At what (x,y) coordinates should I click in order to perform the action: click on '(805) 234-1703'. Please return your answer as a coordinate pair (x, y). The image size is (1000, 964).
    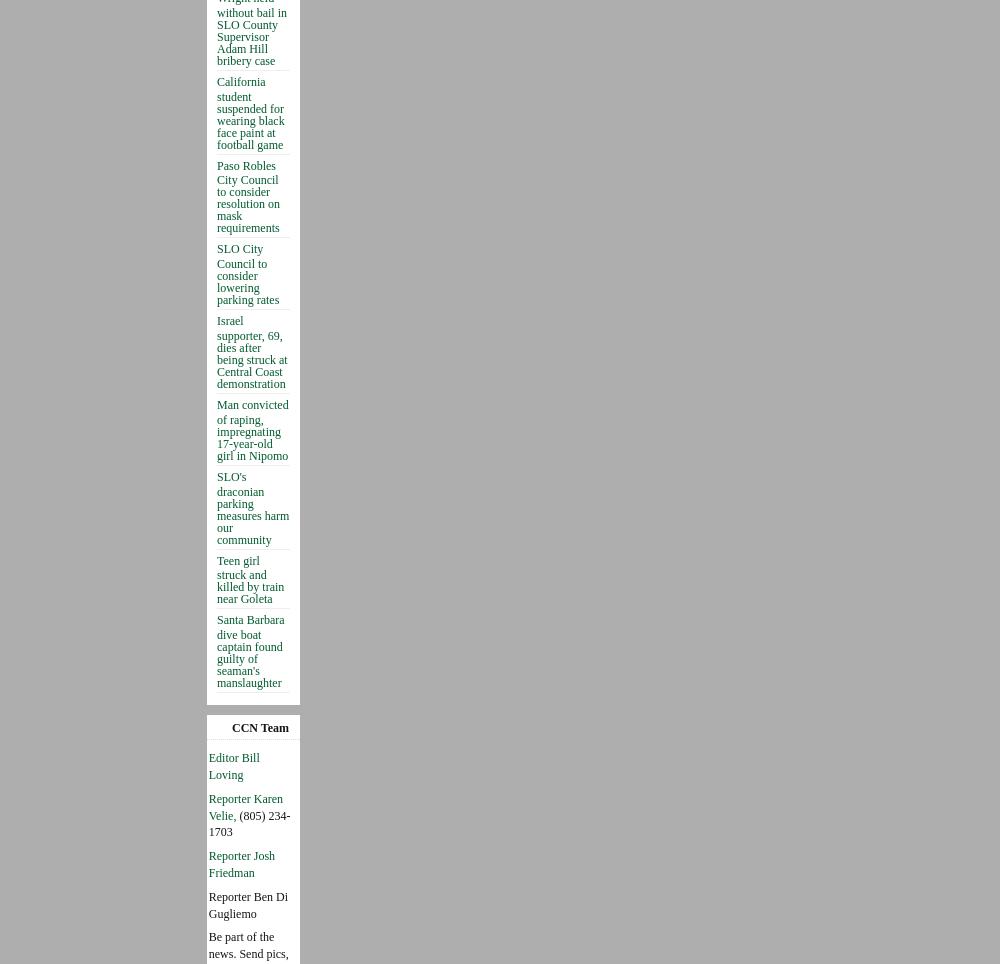
    Looking at the image, I should click on (207, 822).